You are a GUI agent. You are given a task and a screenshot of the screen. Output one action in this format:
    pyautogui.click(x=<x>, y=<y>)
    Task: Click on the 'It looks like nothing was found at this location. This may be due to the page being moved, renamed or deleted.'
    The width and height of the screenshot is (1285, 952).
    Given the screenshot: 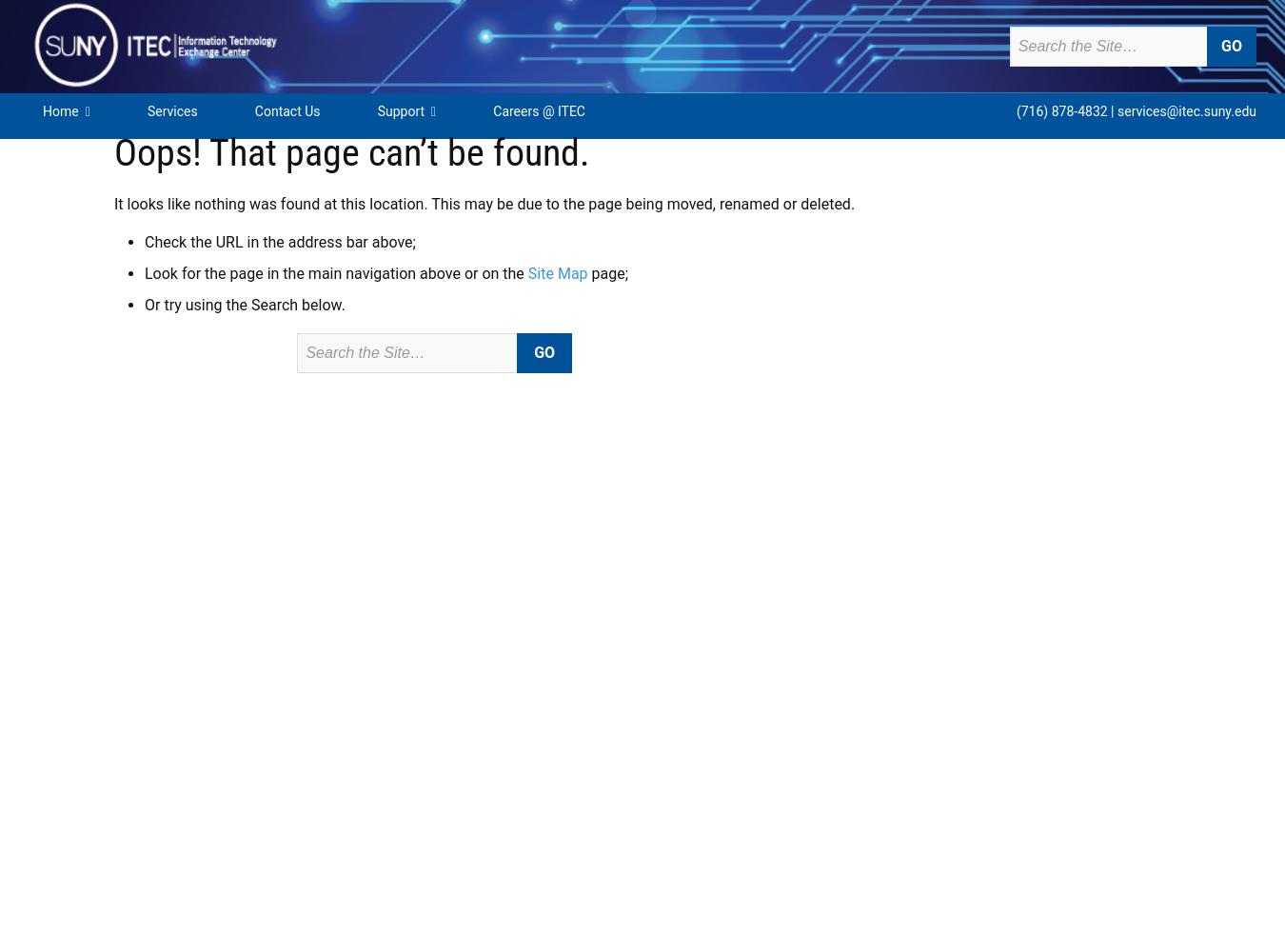 What is the action you would take?
    pyautogui.click(x=483, y=202)
    